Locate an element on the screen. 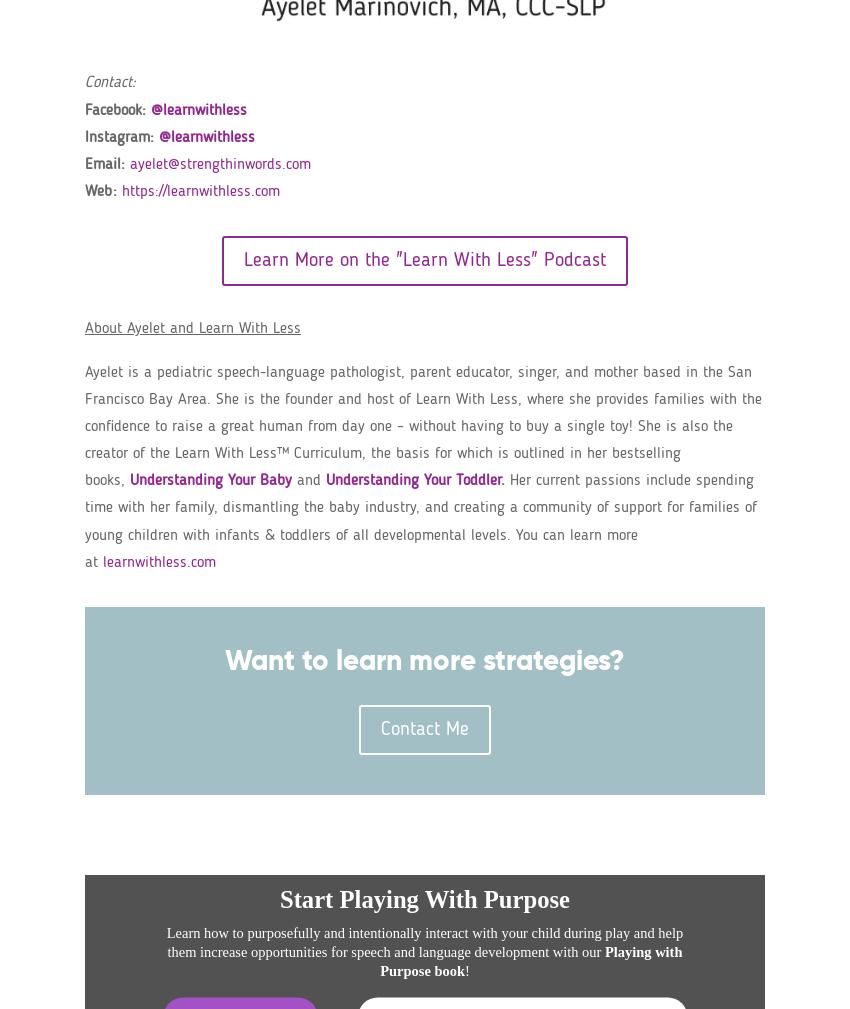 The image size is (850, 1009). 'Her current passions include spending time with her family, dismantling the baby industry, and creating a community of support for families of young children with infants & toddlers of all developmental levels. You can learn more at' is located at coordinates (85, 521).